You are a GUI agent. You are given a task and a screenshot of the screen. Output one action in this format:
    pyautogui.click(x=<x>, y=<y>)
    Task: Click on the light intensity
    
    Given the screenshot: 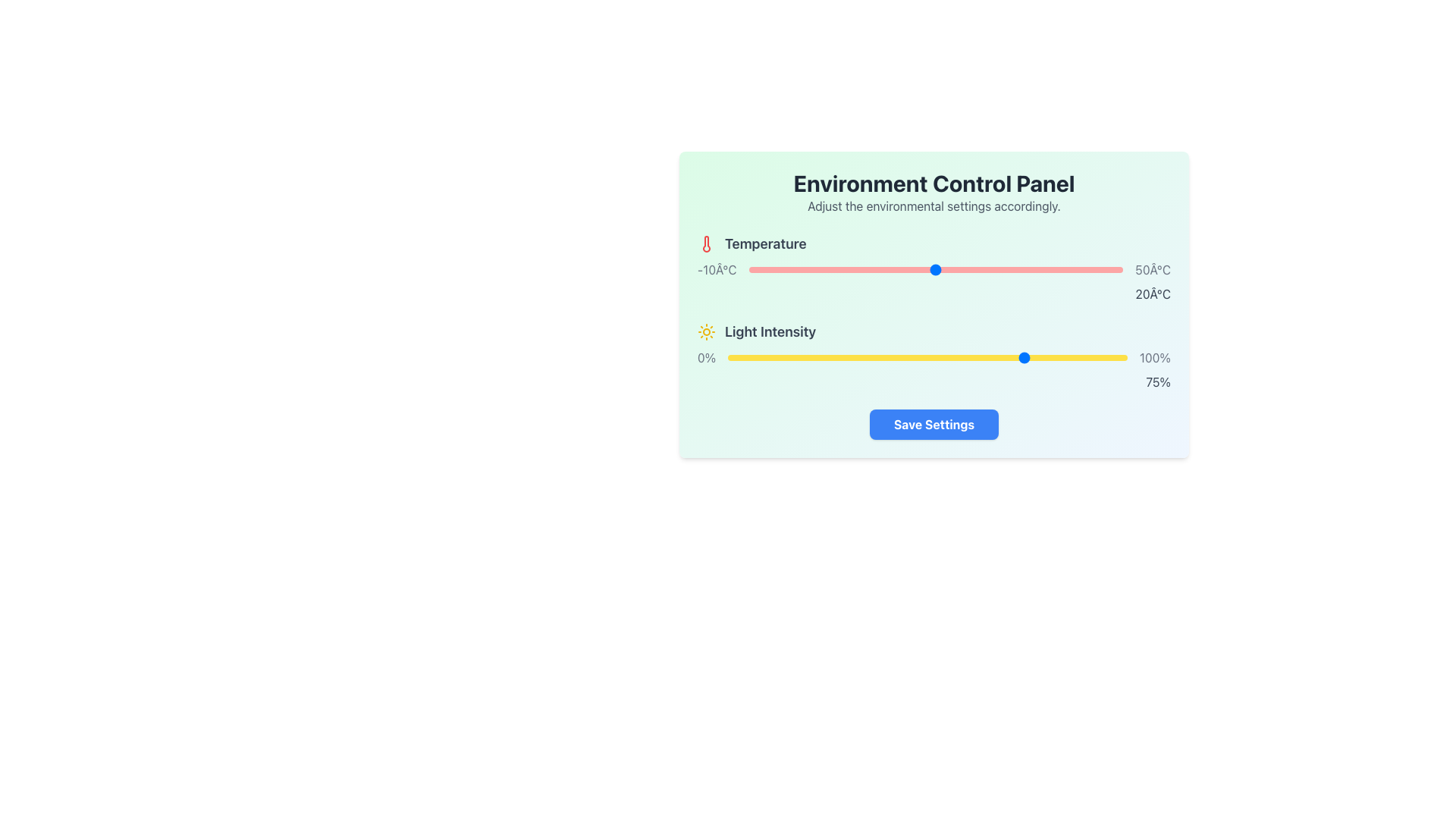 What is the action you would take?
    pyautogui.click(x=1028, y=357)
    